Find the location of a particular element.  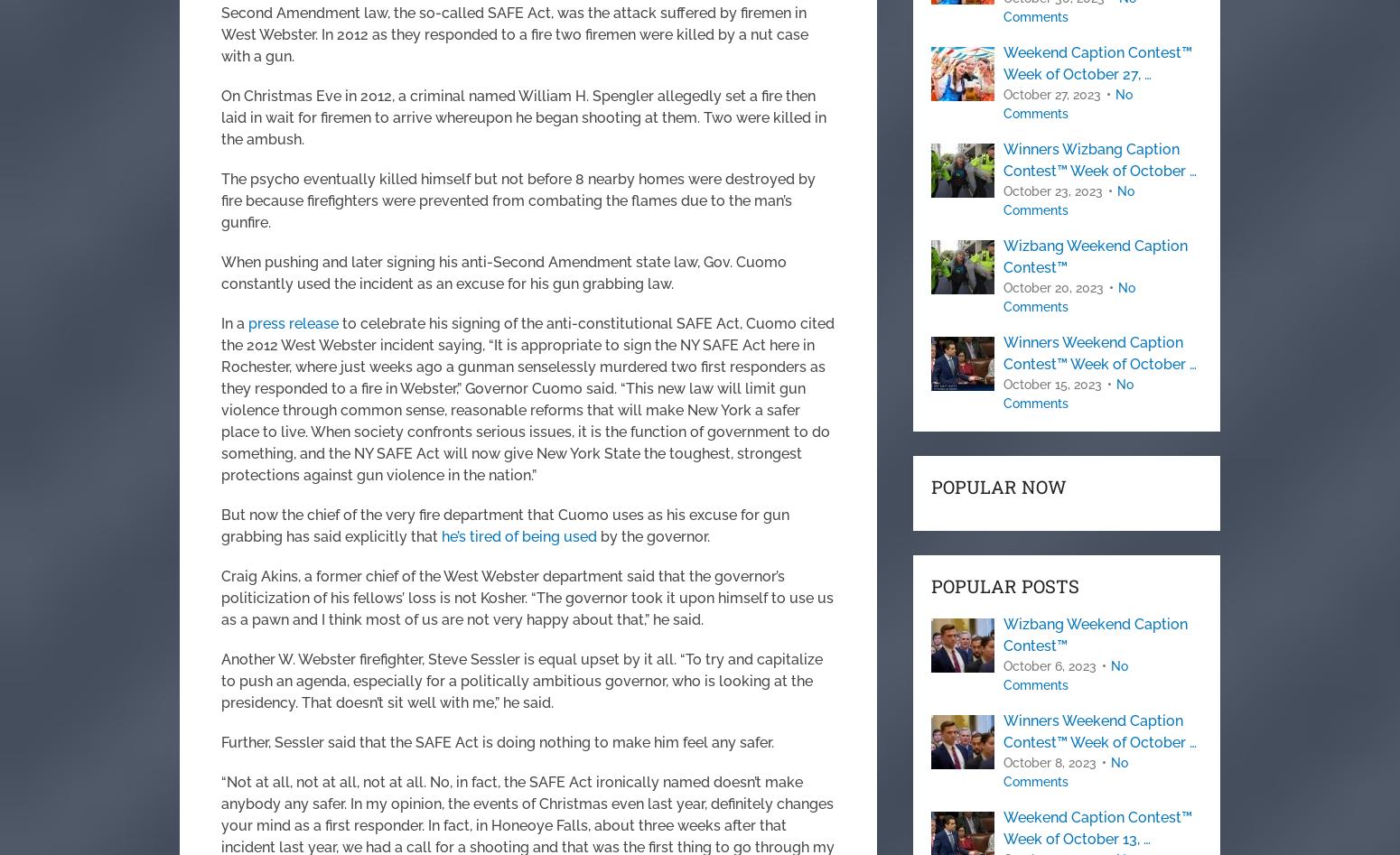

'Popular Posts' is located at coordinates (1004, 585).